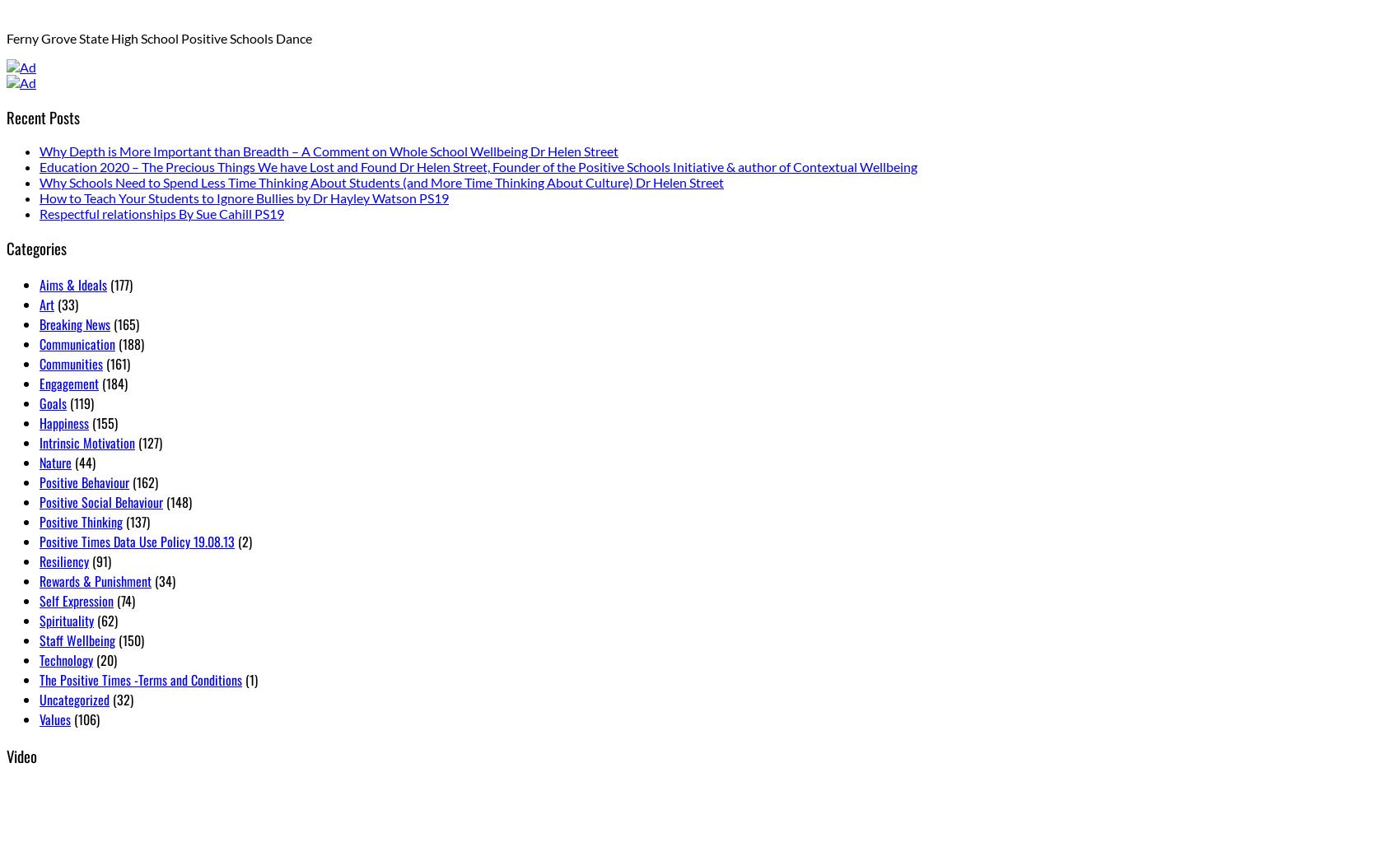 This screenshot has width=1400, height=856. I want to click on '(91)', so click(99, 560).